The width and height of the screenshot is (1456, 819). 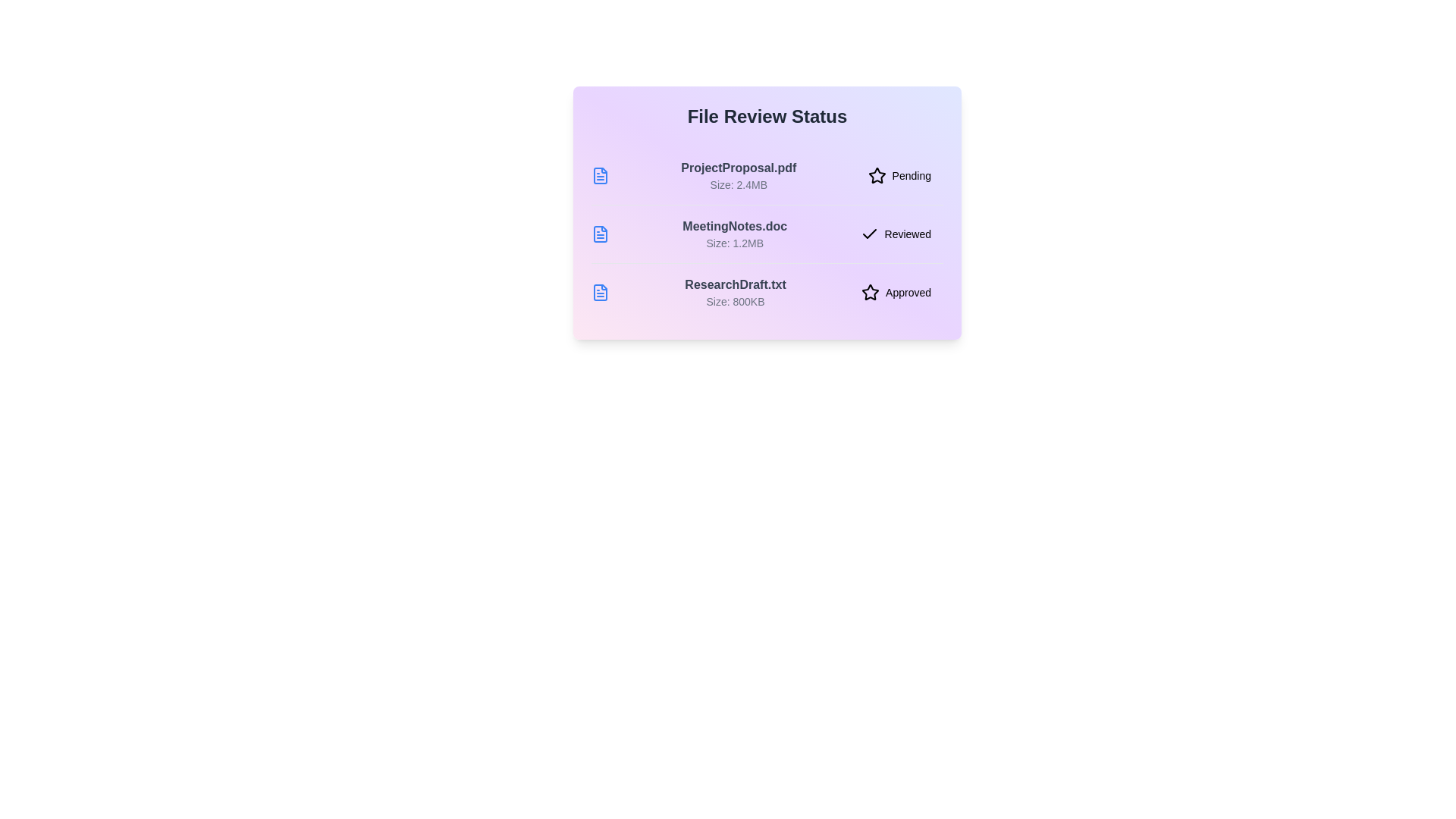 What do you see at coordinates (899, 174) in the screenshot?
I see `the status indicator of the file ProjectProposal.pdf to view its status` at bounding box center [899, 174].